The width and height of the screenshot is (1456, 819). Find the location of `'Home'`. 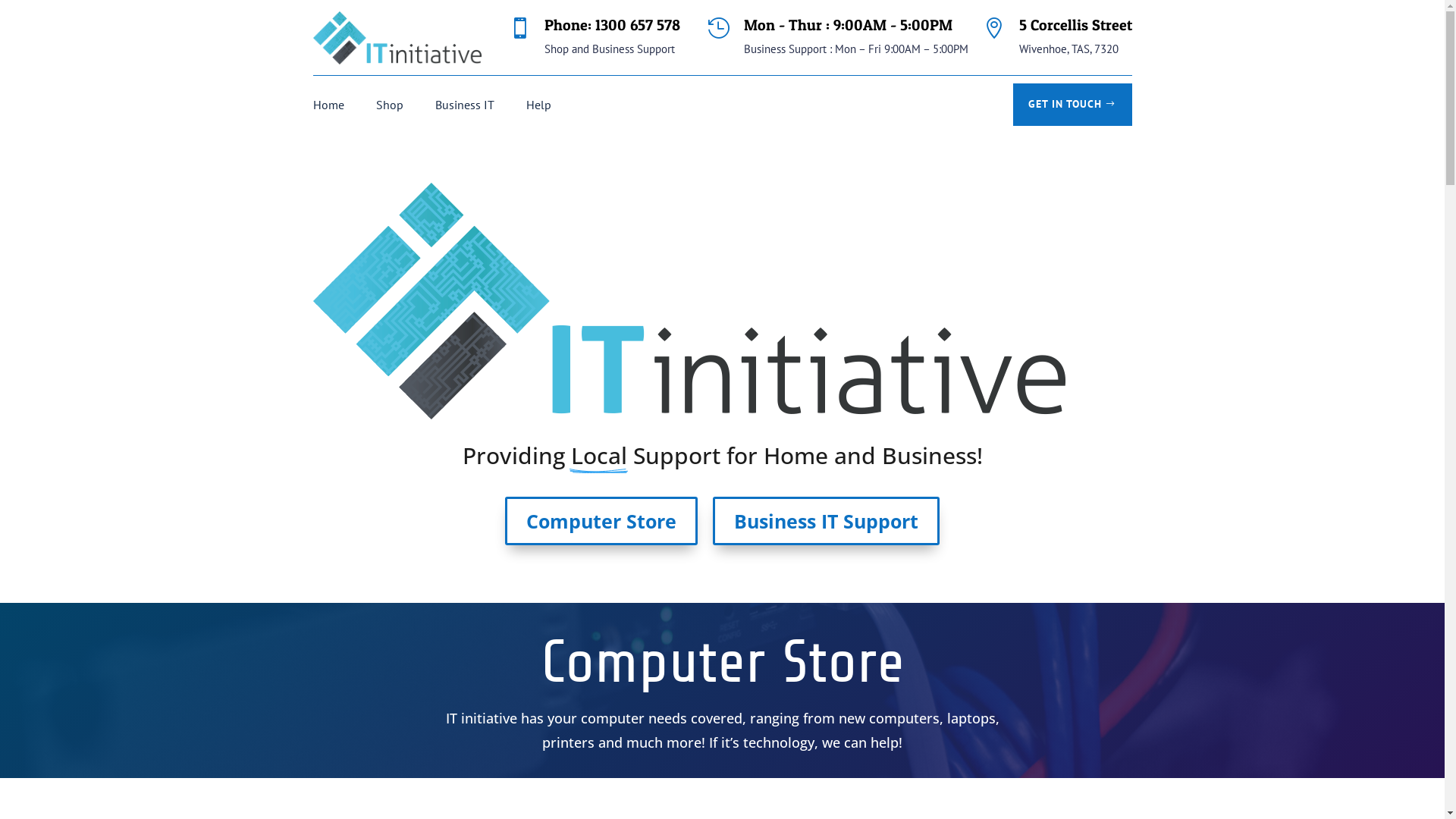

'Home' is located at coordinates (327, 107).